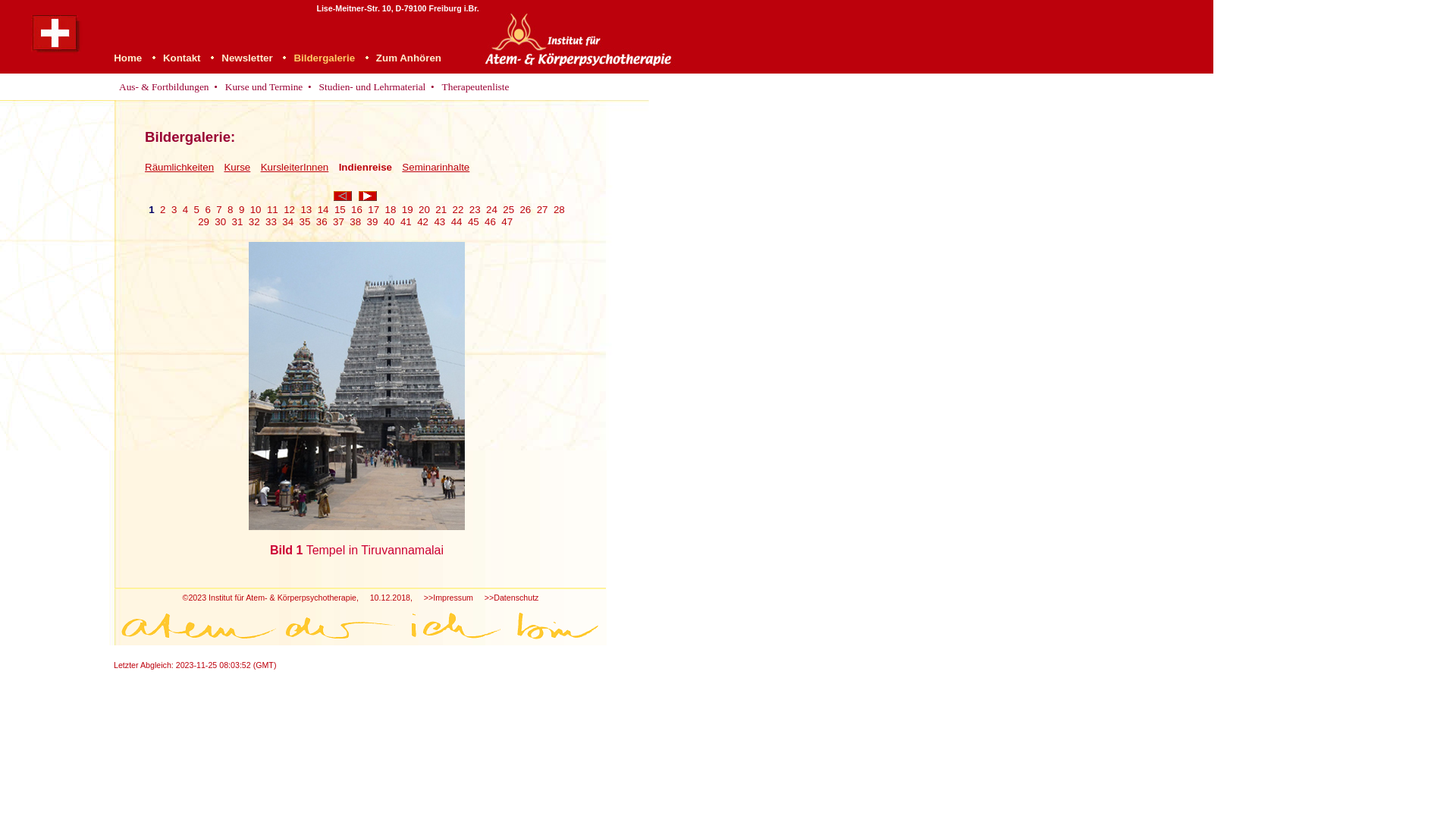 This screenshot has height=819, width=1456. Describe the element at coordinates (354, 221) in the screenshot. I see `'38'` at that location.